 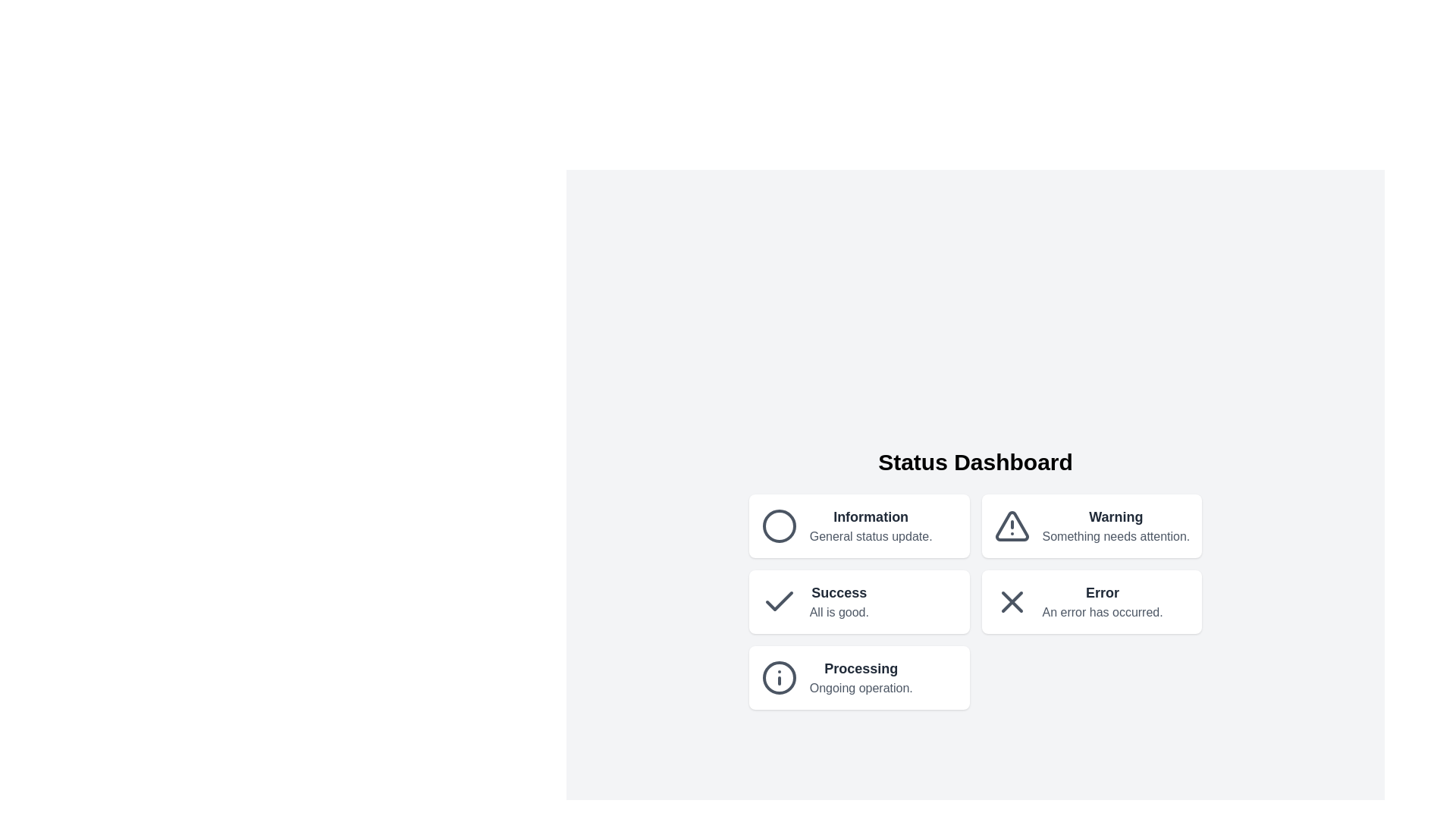 I want to click on the Error Symbol icon located within the 'Error' card in the bottom-right corner of the status dashboard, which signifies an error state, so click(x=1012, y=601).